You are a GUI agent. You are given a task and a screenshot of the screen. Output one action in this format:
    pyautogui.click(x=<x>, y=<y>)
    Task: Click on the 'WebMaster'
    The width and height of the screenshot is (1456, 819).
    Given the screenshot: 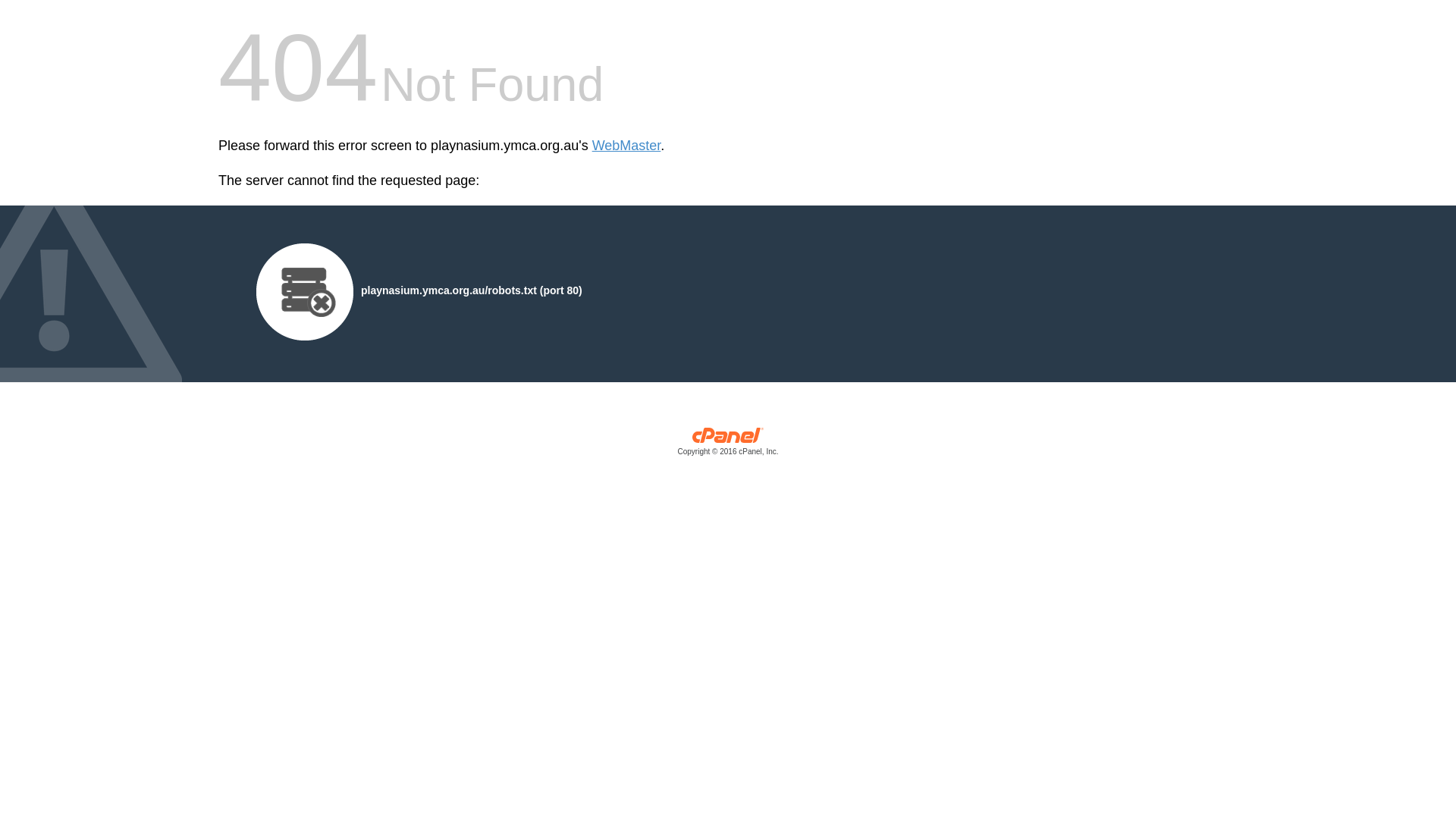 What is the action you would take?
    pyautogui.click(x=591, y=146)
    